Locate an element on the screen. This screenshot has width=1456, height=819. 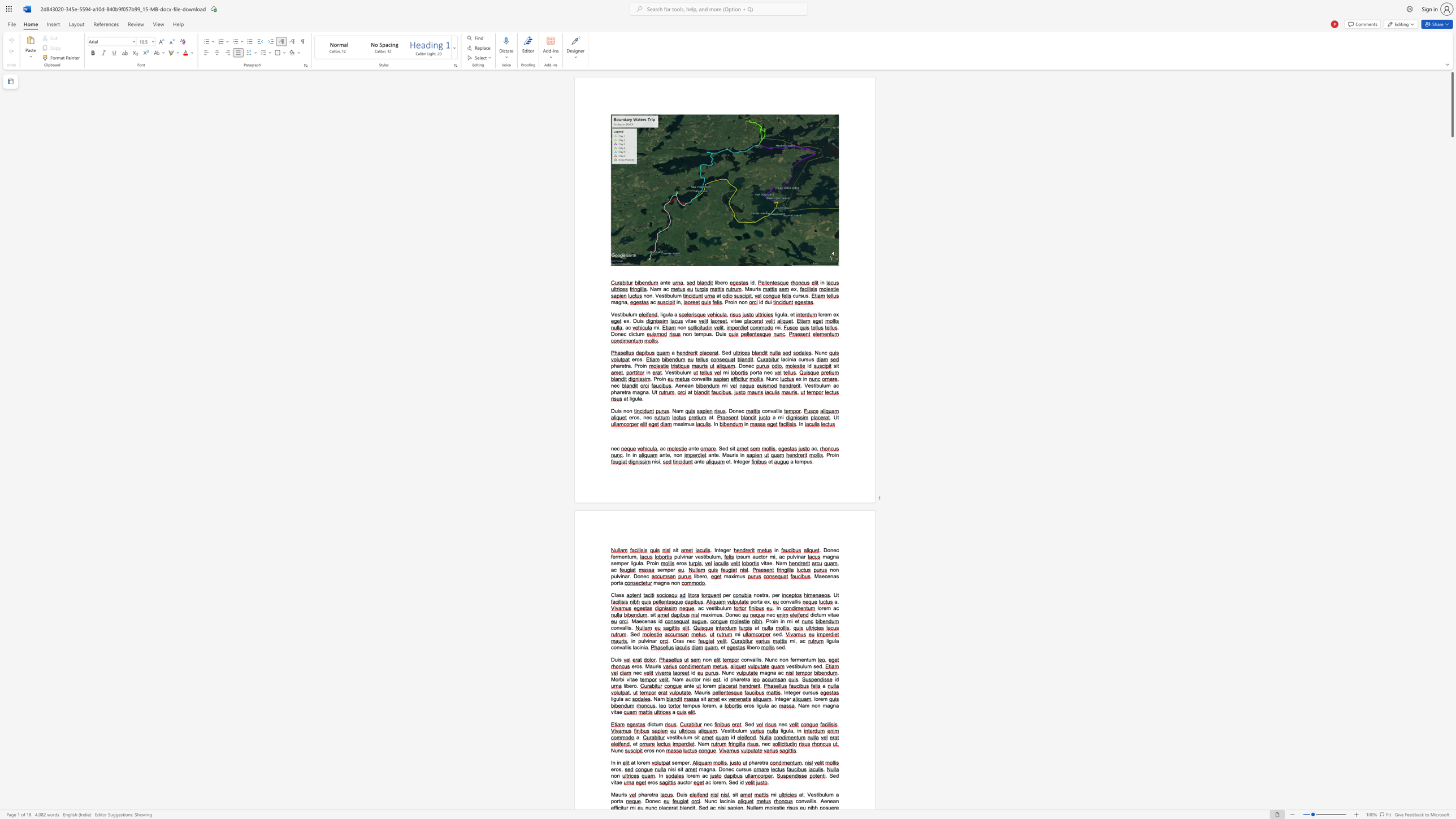
the 1th character "a" in the text is located at coordinates (738, 679).